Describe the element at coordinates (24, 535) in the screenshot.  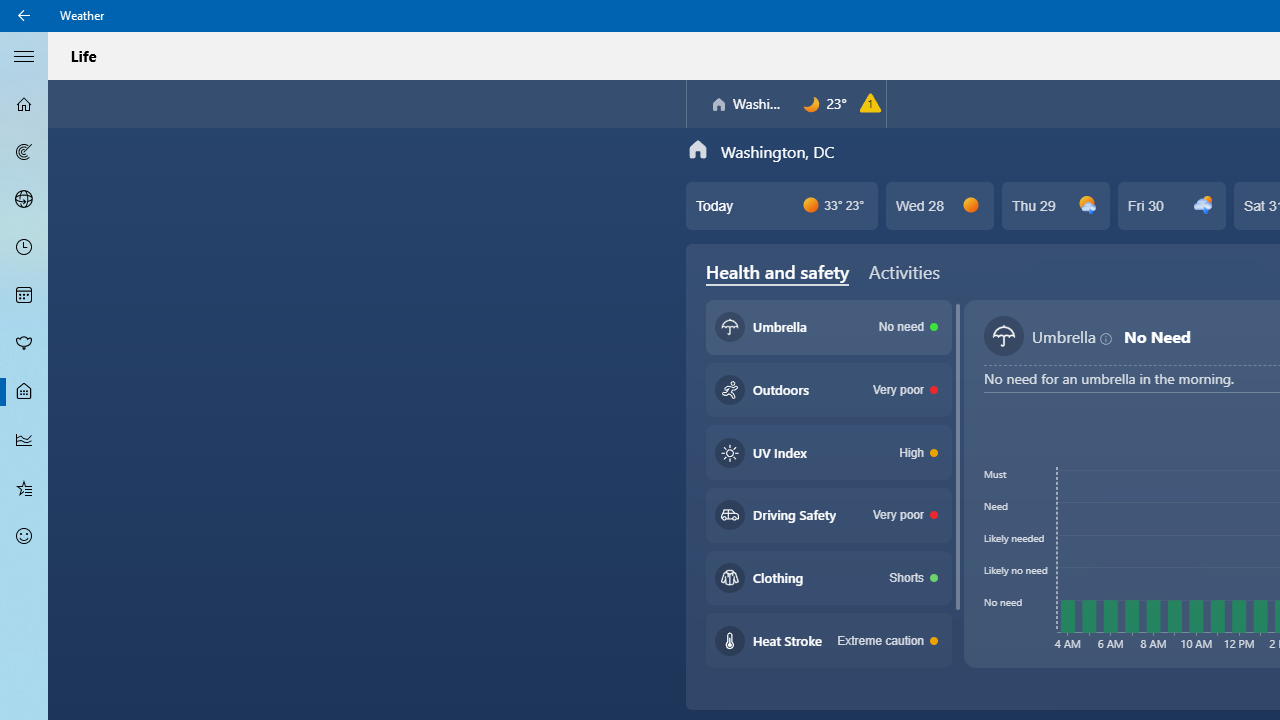
I see `'Send Feedback - Not Selected'` at that location.